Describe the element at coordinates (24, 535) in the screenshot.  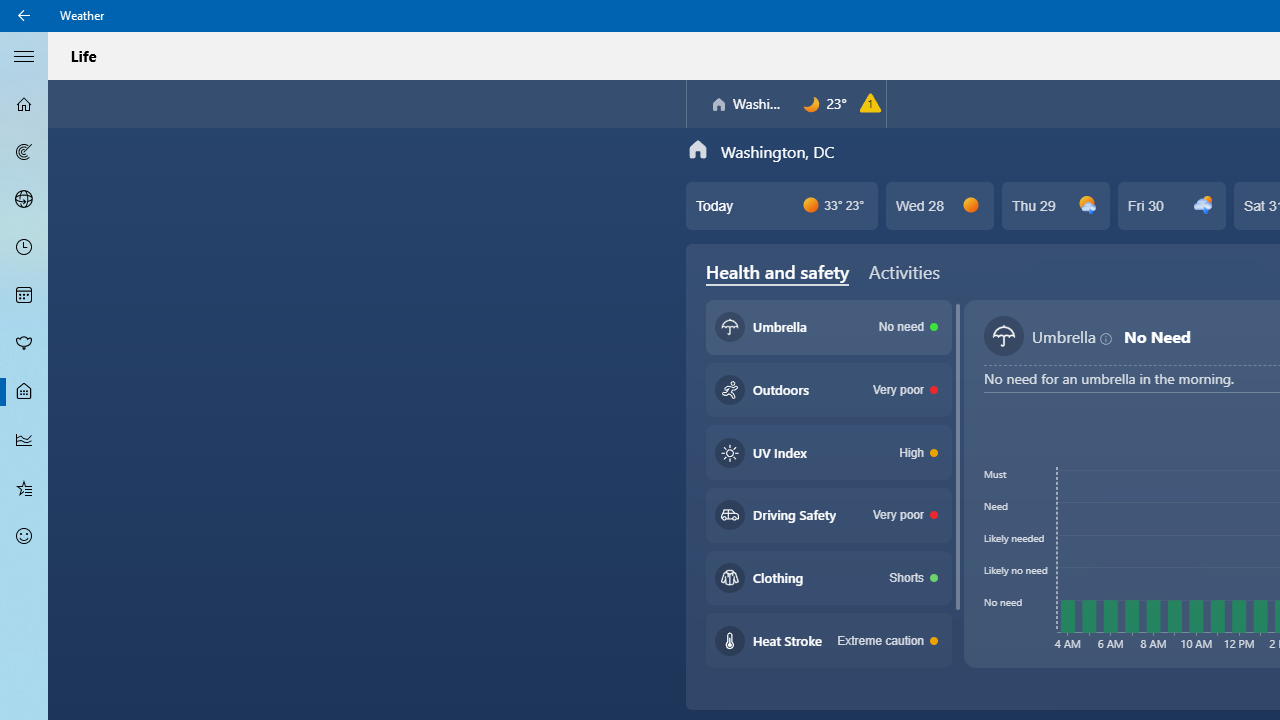
I see `'Send Feedback - Not Selected'` at that location.